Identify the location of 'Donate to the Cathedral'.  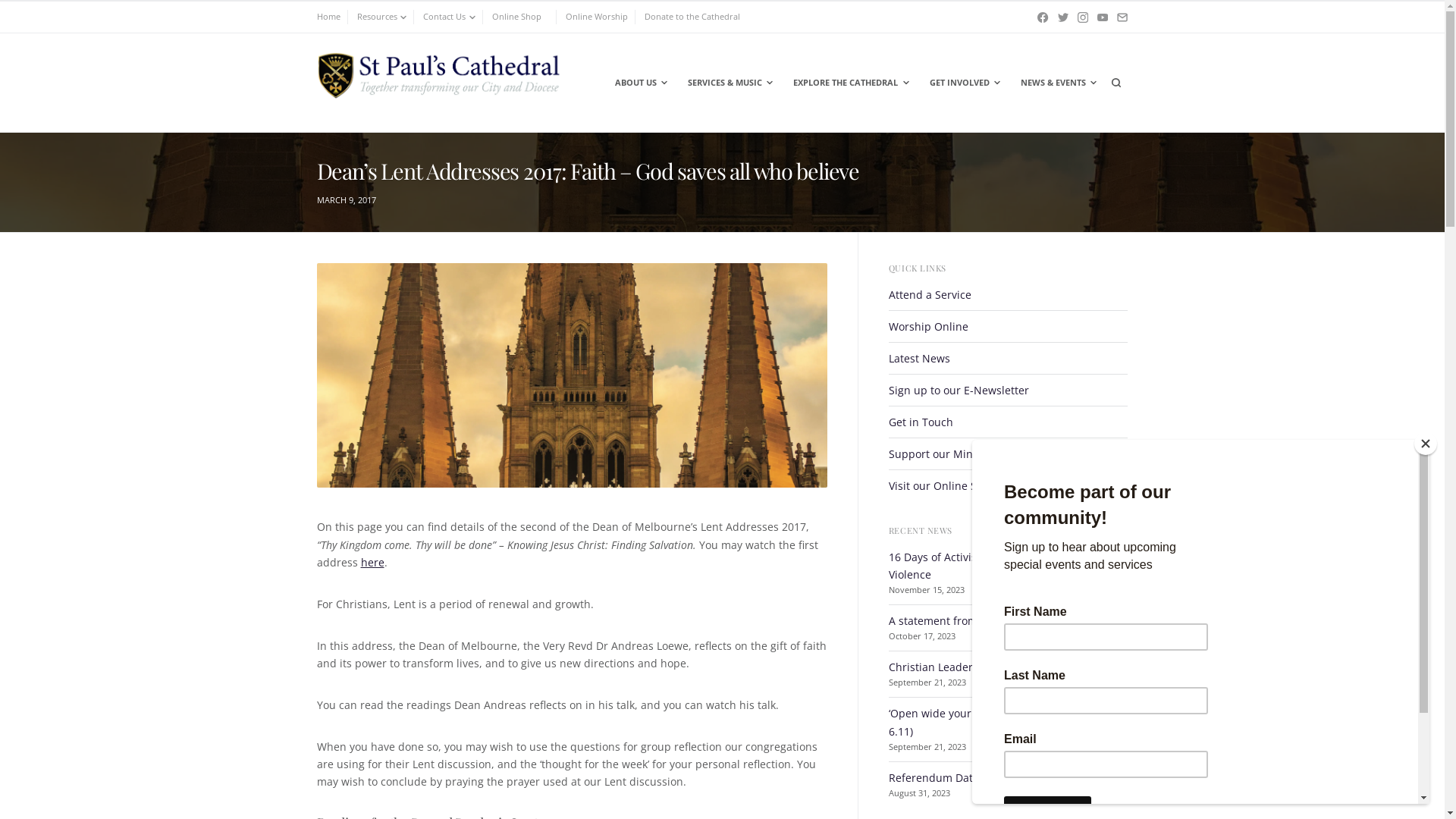
(691, 17).